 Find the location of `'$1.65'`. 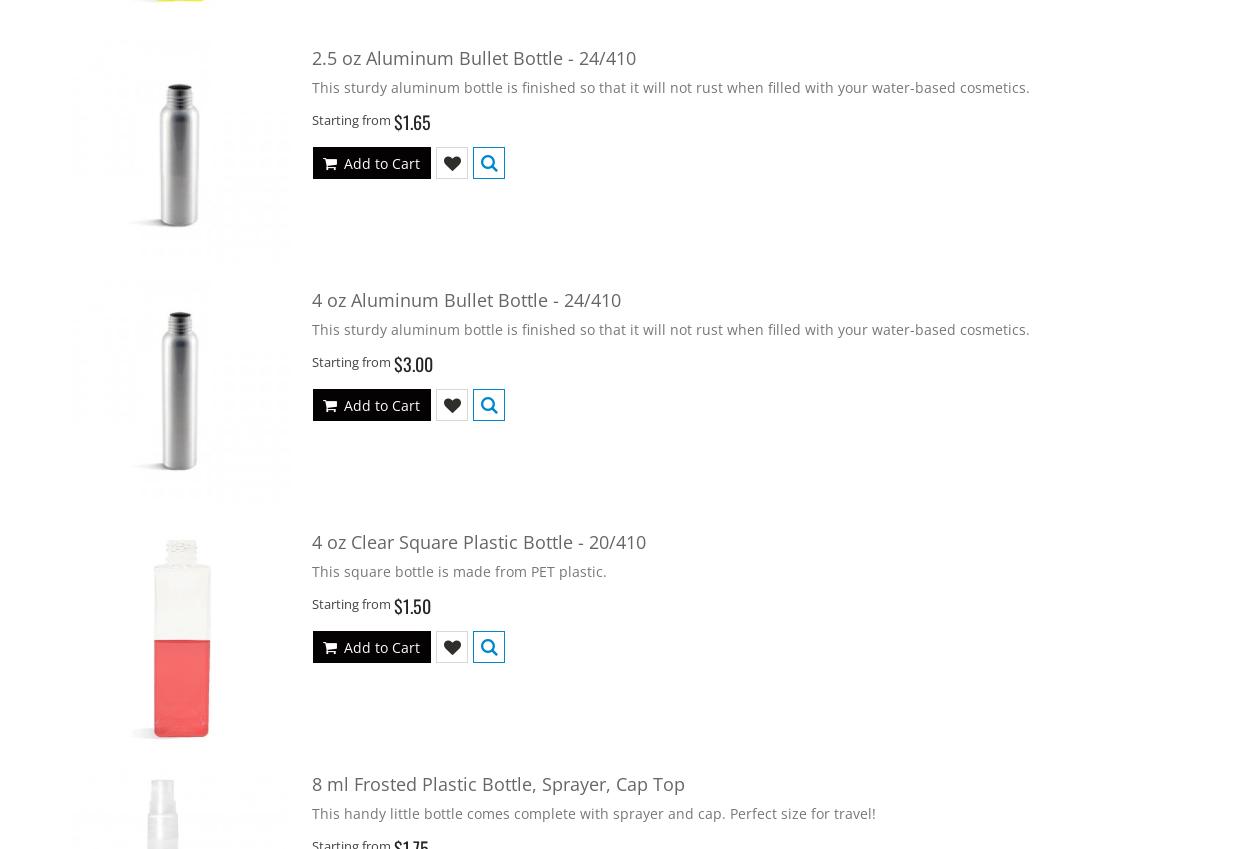

'$1.65' is located at coordinates (412, 119).